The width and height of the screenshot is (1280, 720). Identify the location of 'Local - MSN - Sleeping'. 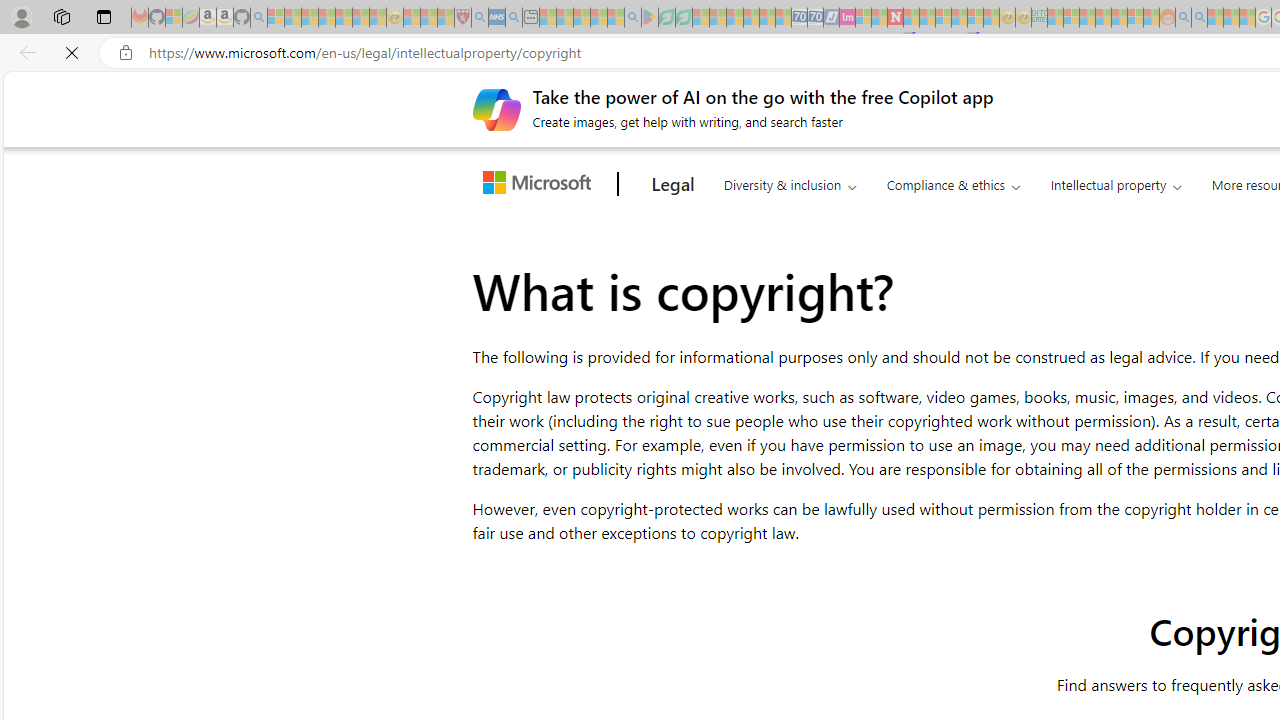
(445, 17).